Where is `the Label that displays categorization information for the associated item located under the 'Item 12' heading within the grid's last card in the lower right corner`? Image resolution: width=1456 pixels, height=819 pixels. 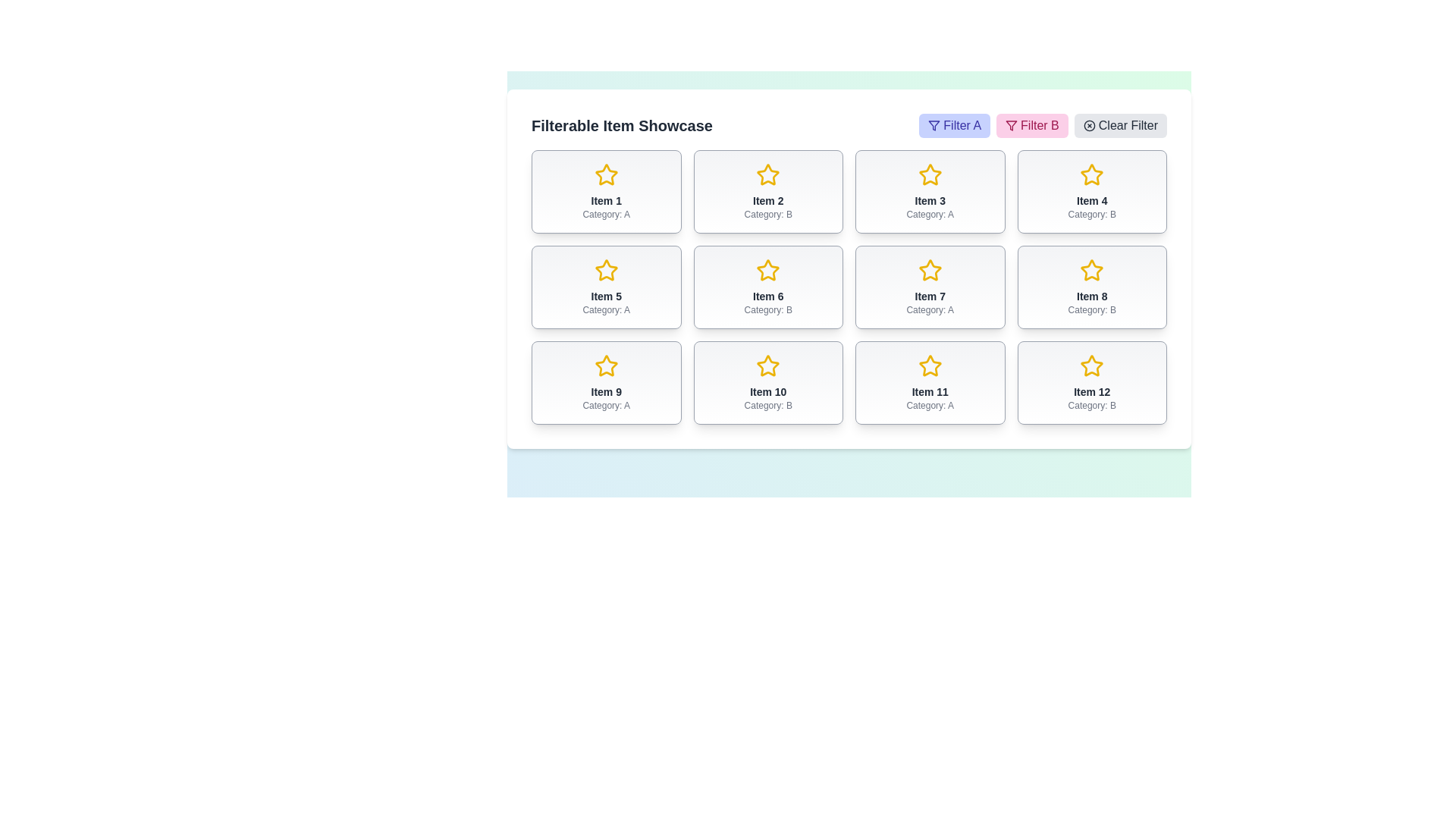 the Label that displays categorization information for the associated item located under the 'Item 12' heading within the grid's last card in the lower right corner is located at coordinates (1092, 405).